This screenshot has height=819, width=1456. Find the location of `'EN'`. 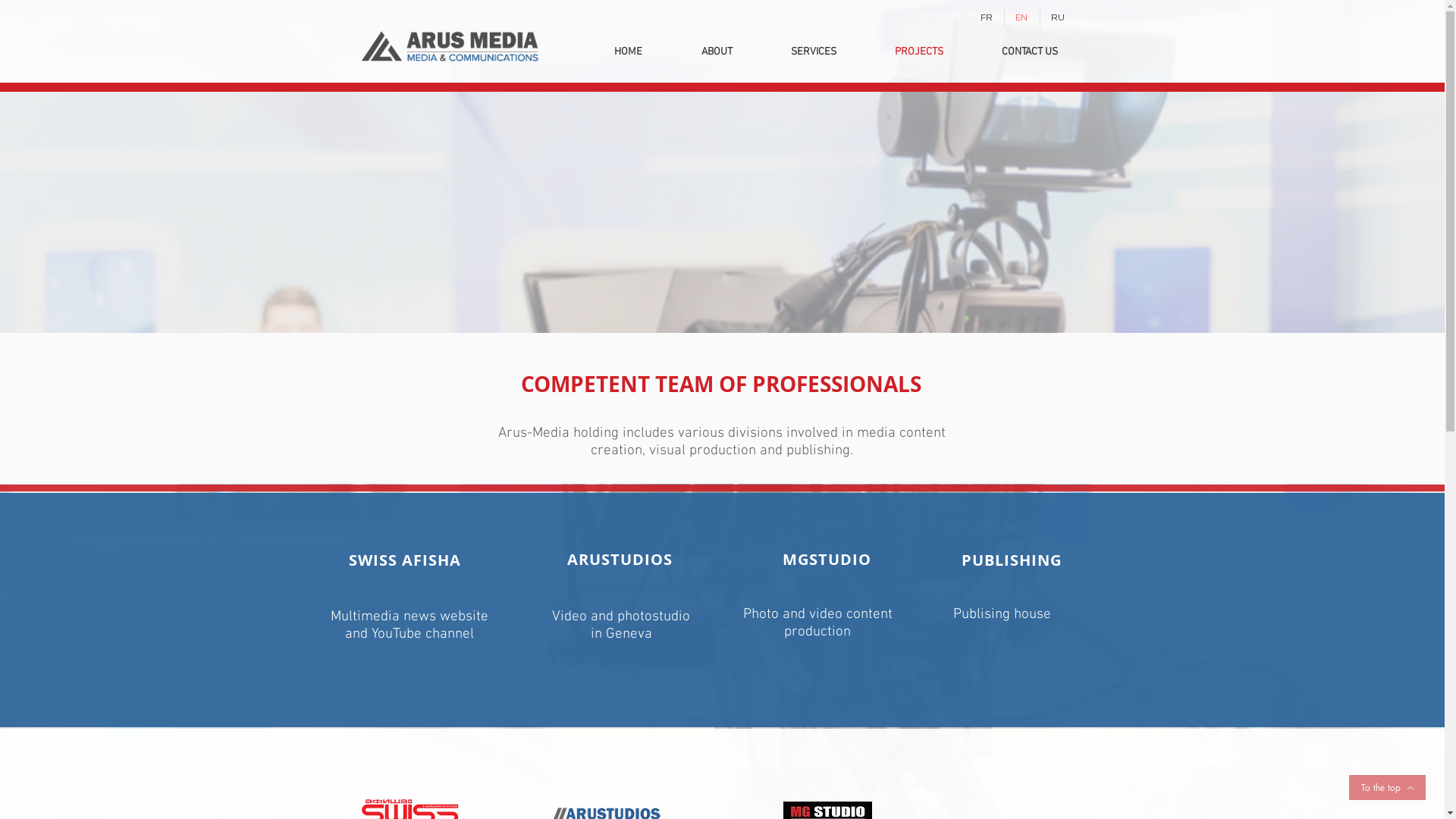

'EN' is located at coordinates (1021, 17).